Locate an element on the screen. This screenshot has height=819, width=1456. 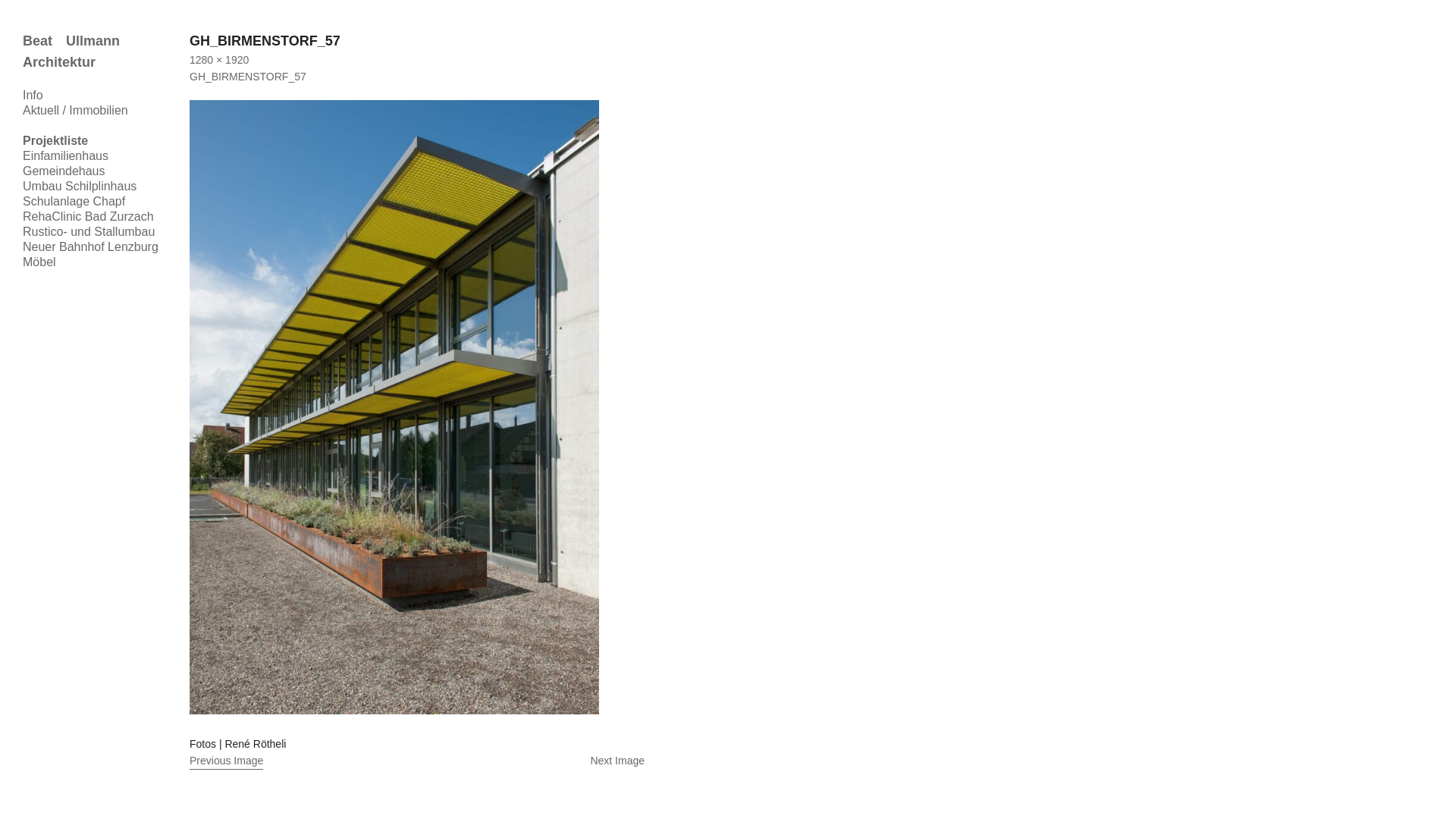
'Projektliste' is located at coordinates (55, 140).